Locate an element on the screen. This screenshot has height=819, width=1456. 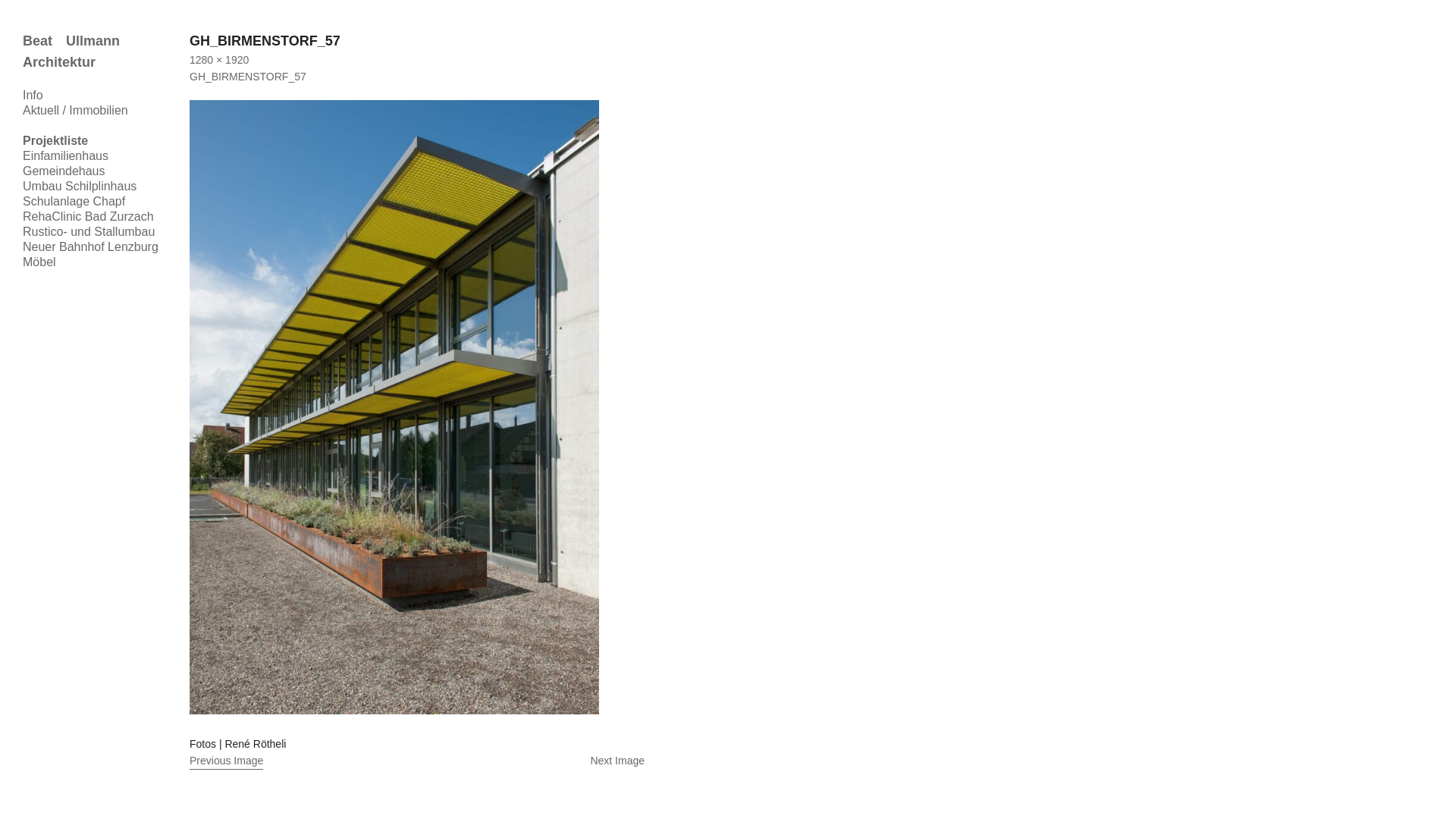
'Projektliste' is located at coordinates (55, 140).